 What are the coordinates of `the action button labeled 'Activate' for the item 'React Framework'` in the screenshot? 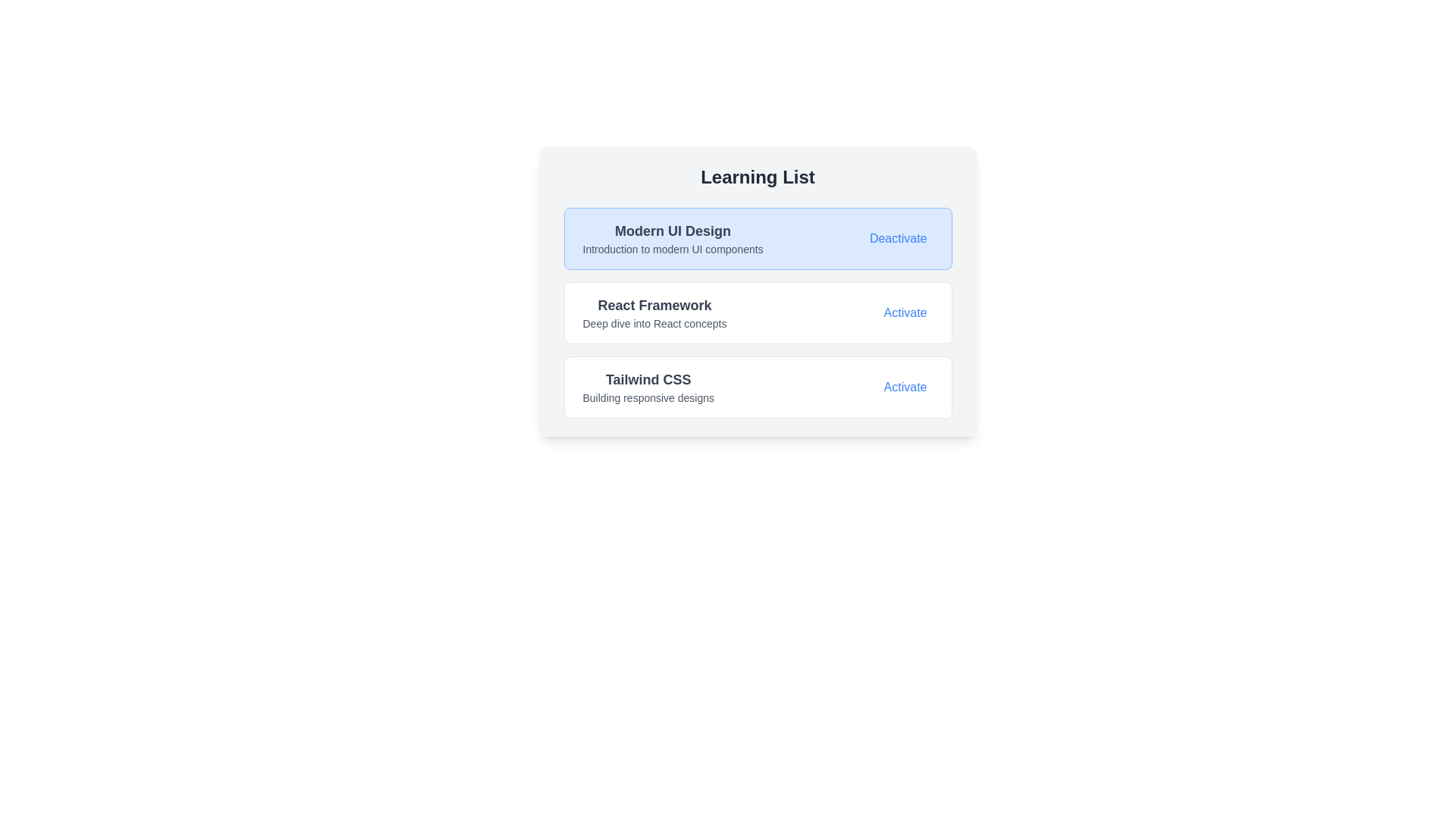 It's located at (905, 312).